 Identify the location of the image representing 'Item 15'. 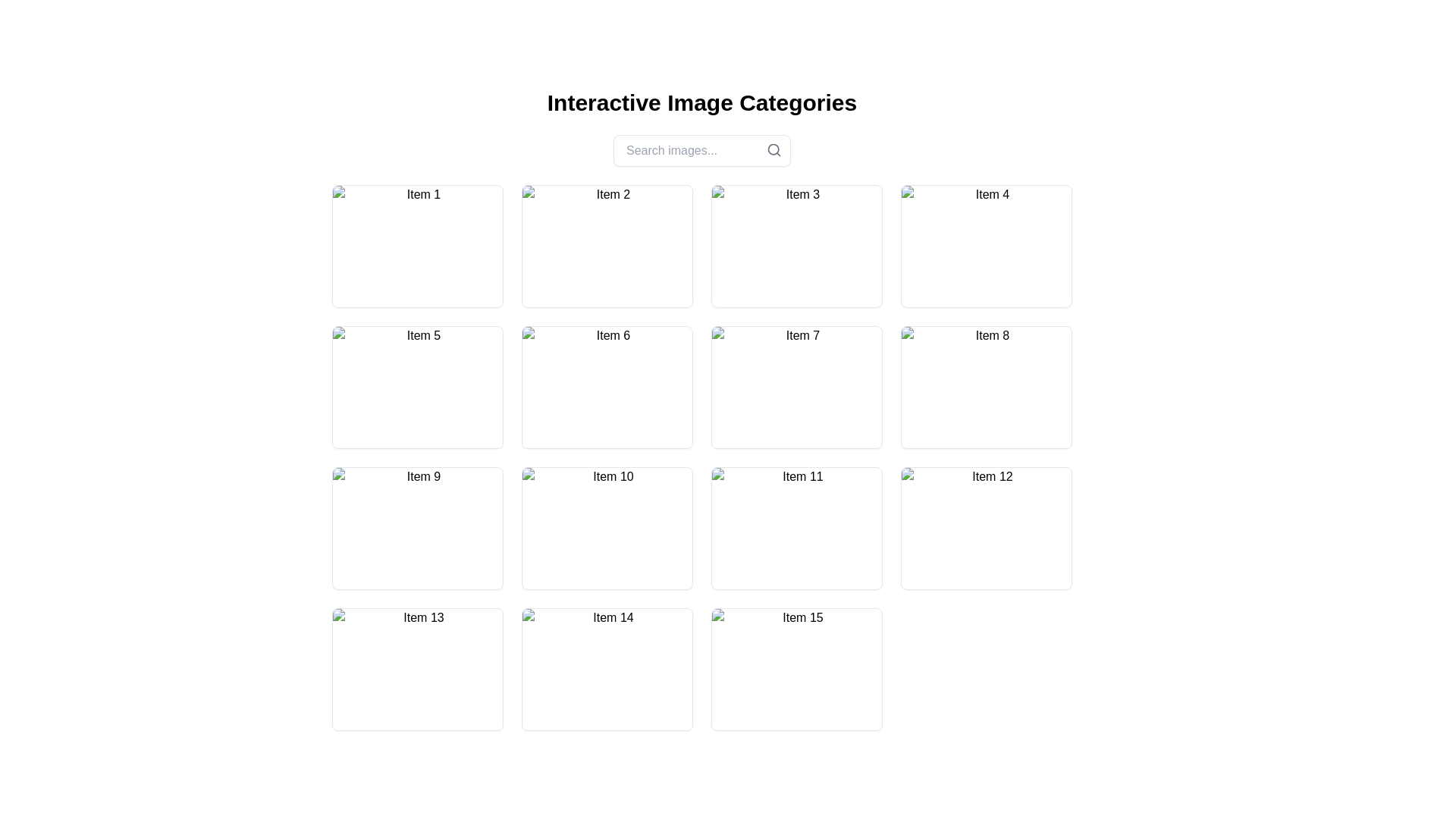
(796, 669).